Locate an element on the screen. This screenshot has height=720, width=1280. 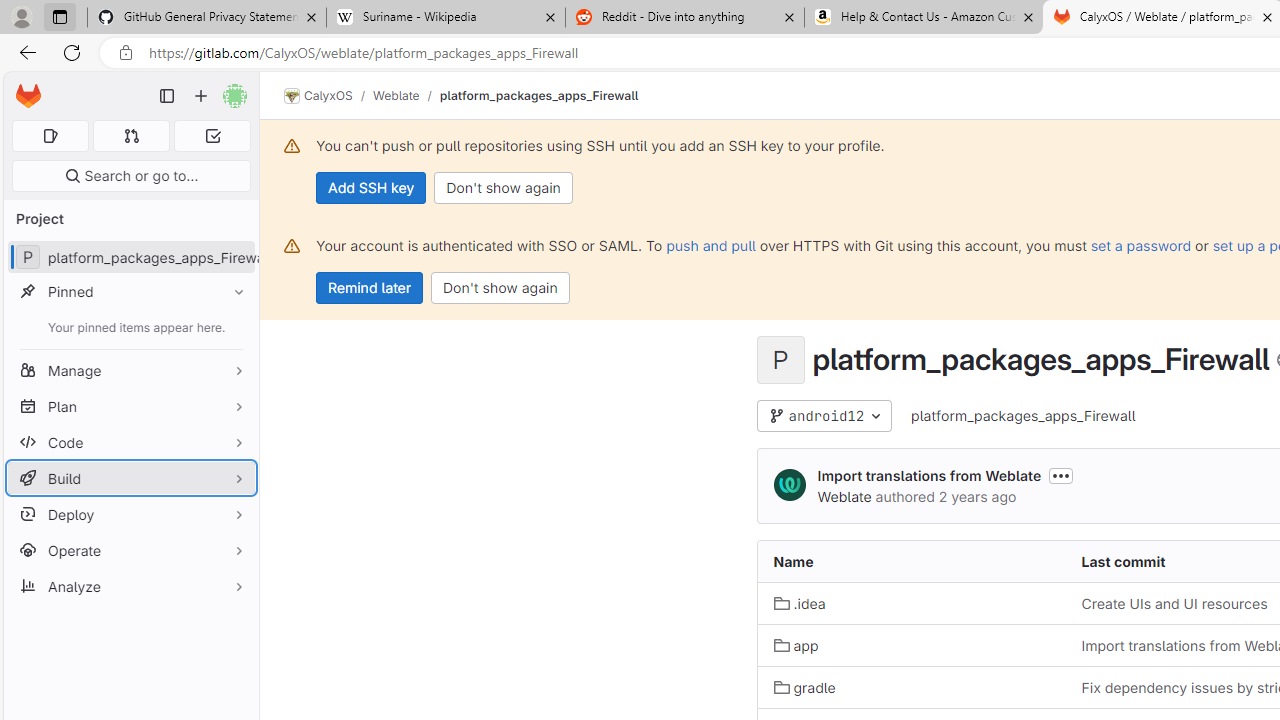
'Build' is located at coordinates (130, 478).